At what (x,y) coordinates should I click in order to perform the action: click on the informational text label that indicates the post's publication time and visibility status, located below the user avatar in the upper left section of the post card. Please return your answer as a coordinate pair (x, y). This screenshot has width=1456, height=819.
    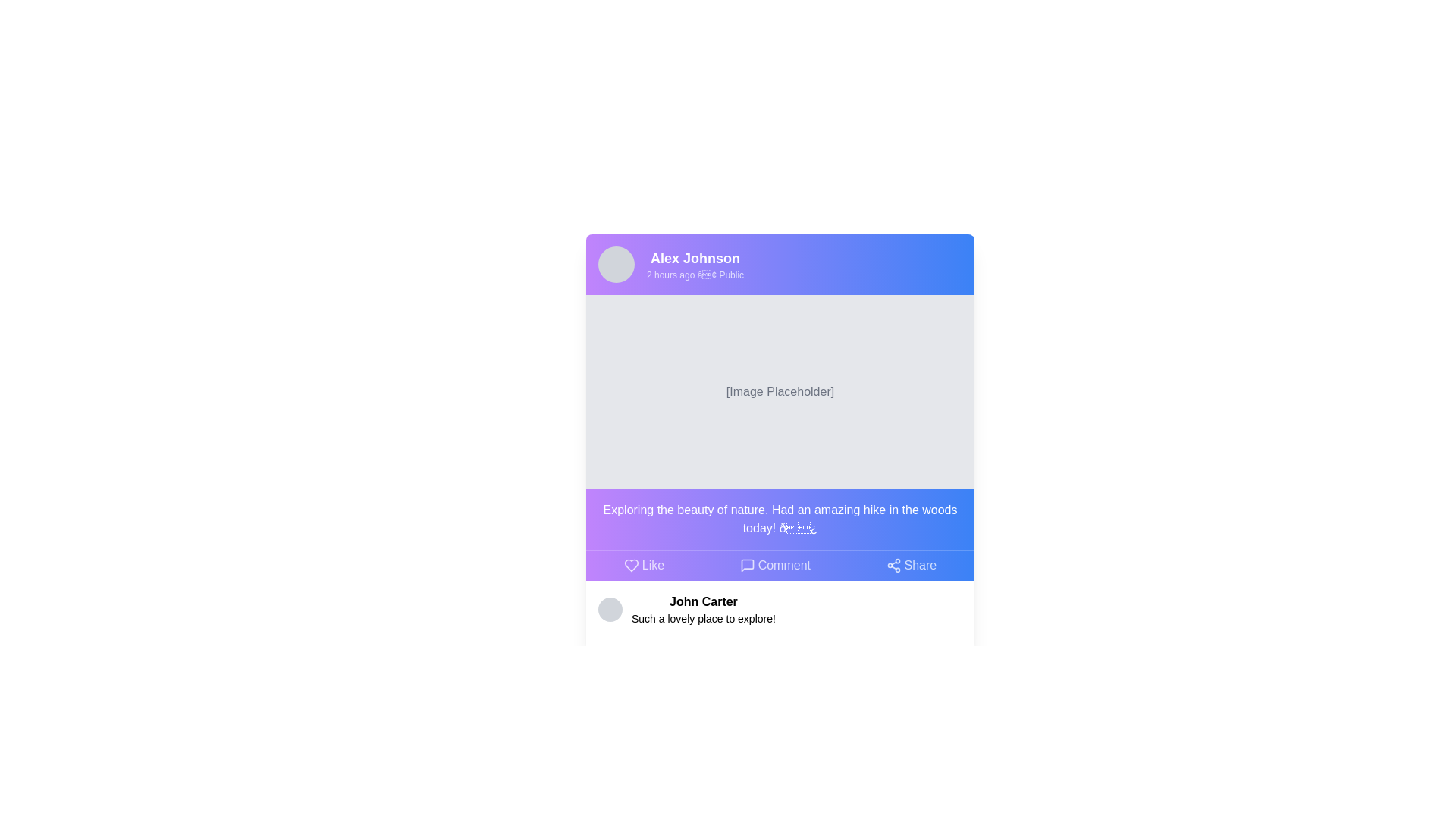
    Looking at the image, I should click on (694, 275).